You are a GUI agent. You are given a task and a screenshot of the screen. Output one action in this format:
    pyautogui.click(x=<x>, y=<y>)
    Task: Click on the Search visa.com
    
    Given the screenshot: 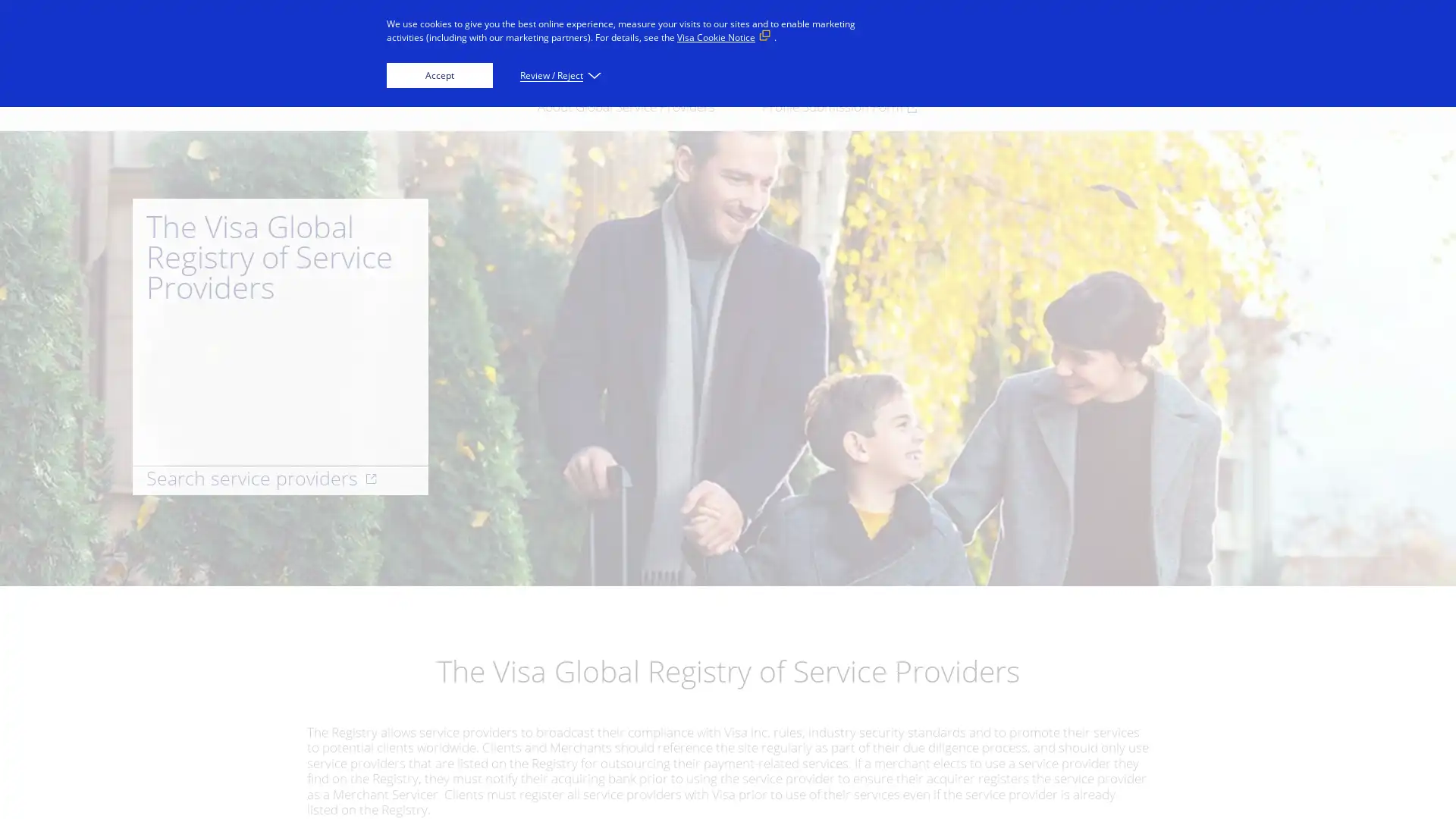 What is the action you would take?
    pyautogui.click(x=1419, y=40)
    